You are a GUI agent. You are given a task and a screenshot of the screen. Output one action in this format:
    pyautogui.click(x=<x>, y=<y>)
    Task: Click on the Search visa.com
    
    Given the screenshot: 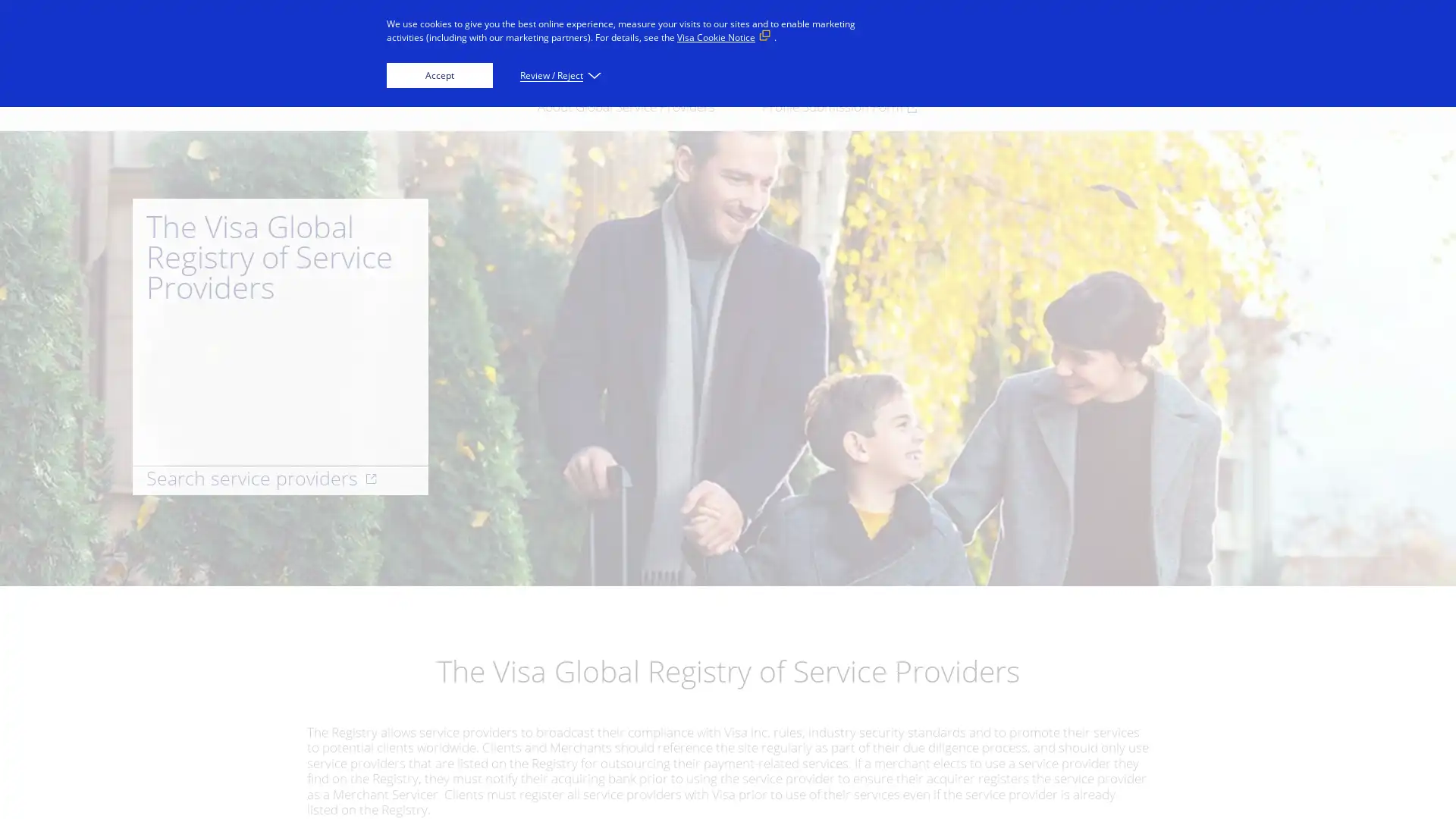 What is the action you would take?
    pyautogui.click(x=1419, y=40)
    